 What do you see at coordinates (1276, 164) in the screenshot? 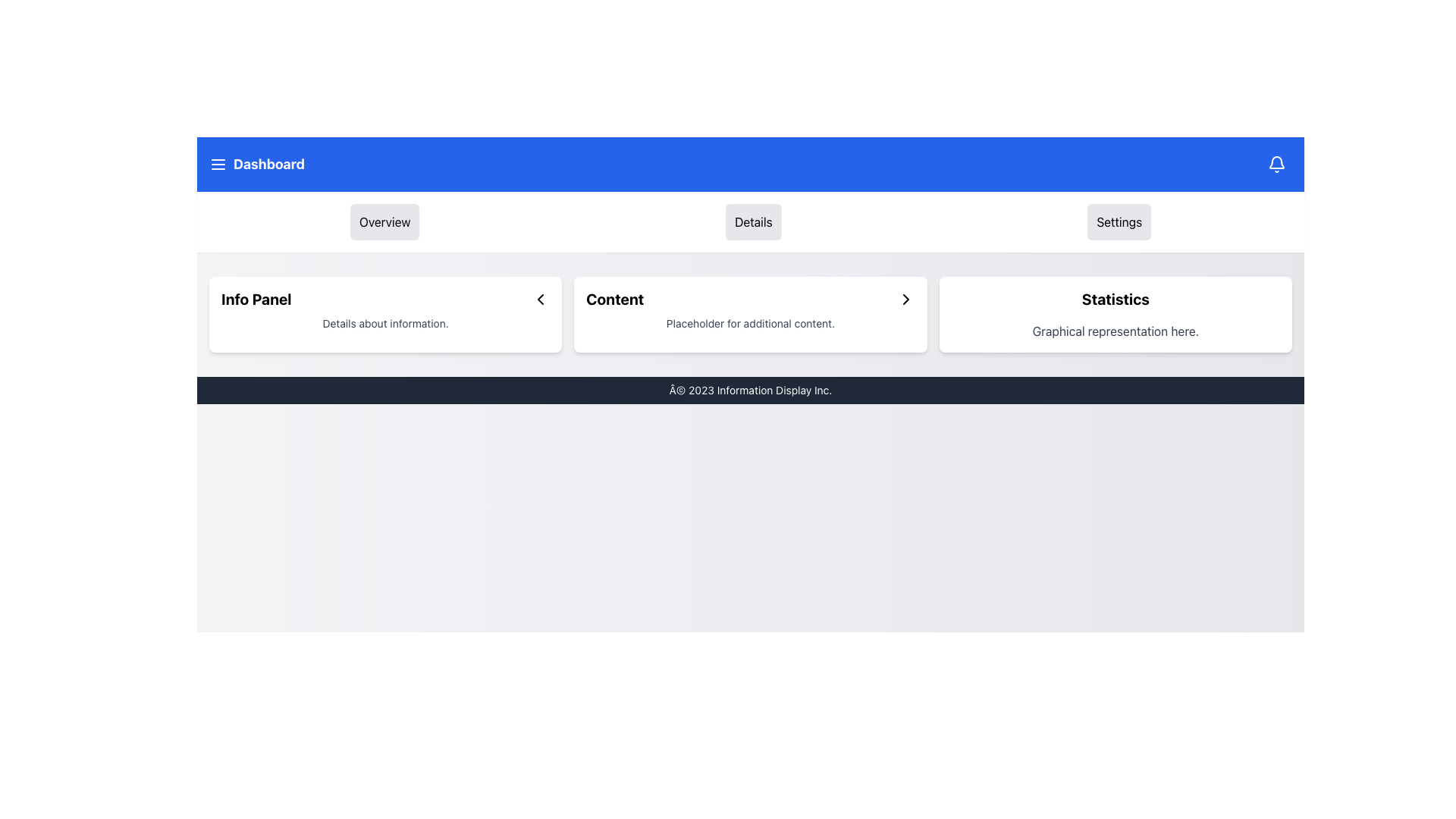
I see `the bell icon button located at the top-right corner of the interface` at bounding box center [1276, 164].